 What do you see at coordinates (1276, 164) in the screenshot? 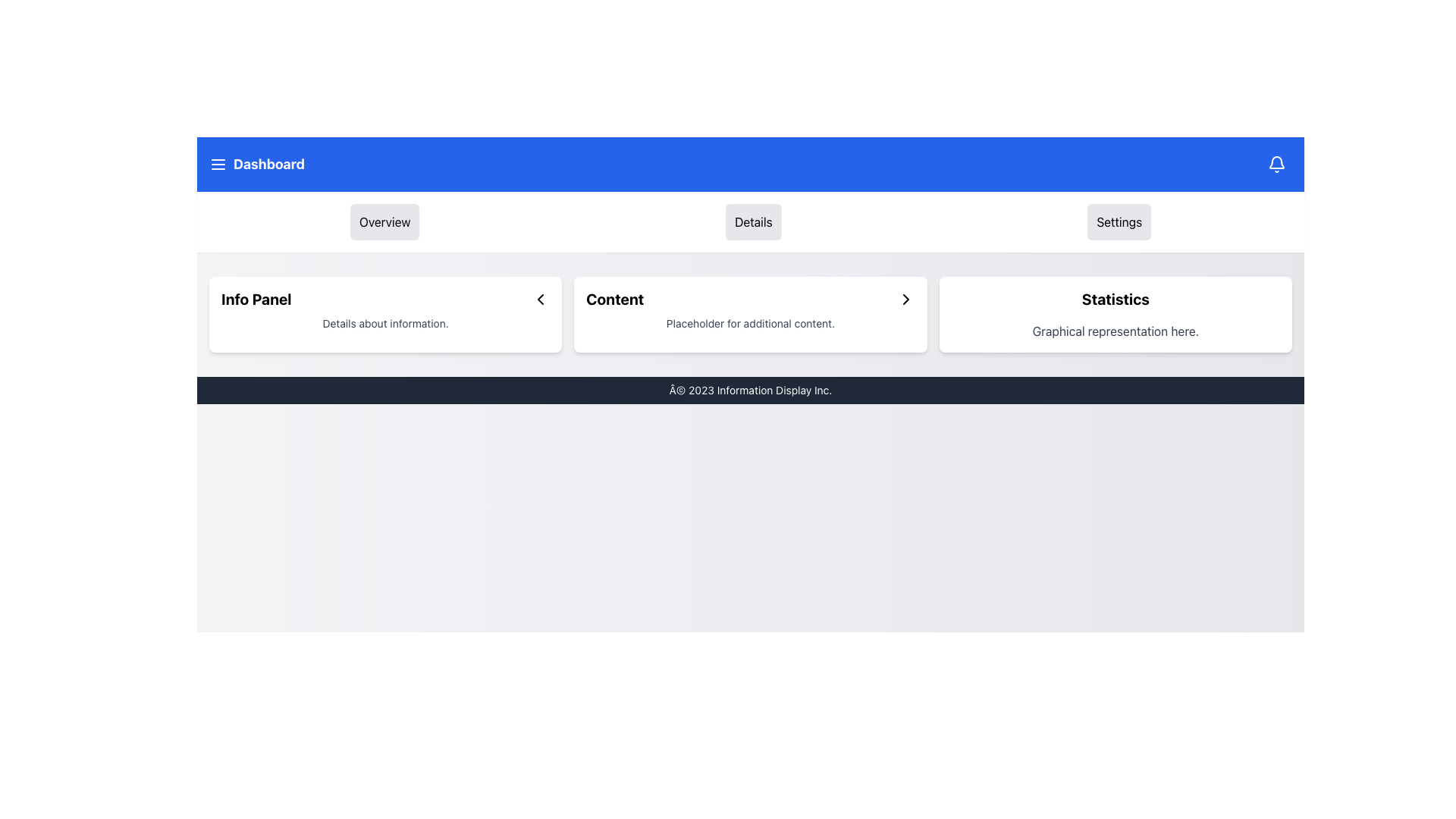
I see `the bell icon button located at the top-right corner of the interface` at bounding box center [1276, 164].